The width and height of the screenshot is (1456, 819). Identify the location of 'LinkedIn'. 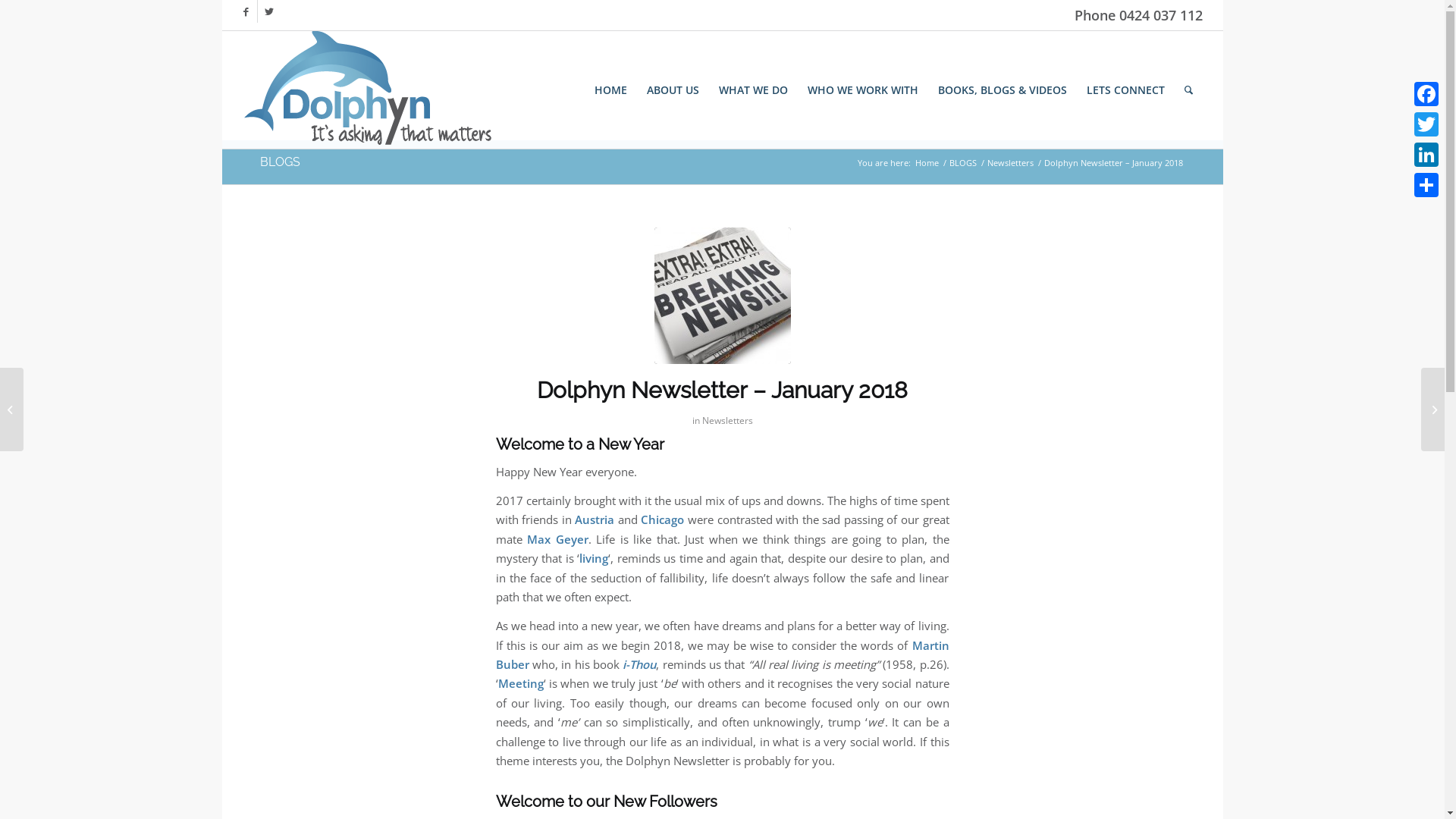
(1426, 155).